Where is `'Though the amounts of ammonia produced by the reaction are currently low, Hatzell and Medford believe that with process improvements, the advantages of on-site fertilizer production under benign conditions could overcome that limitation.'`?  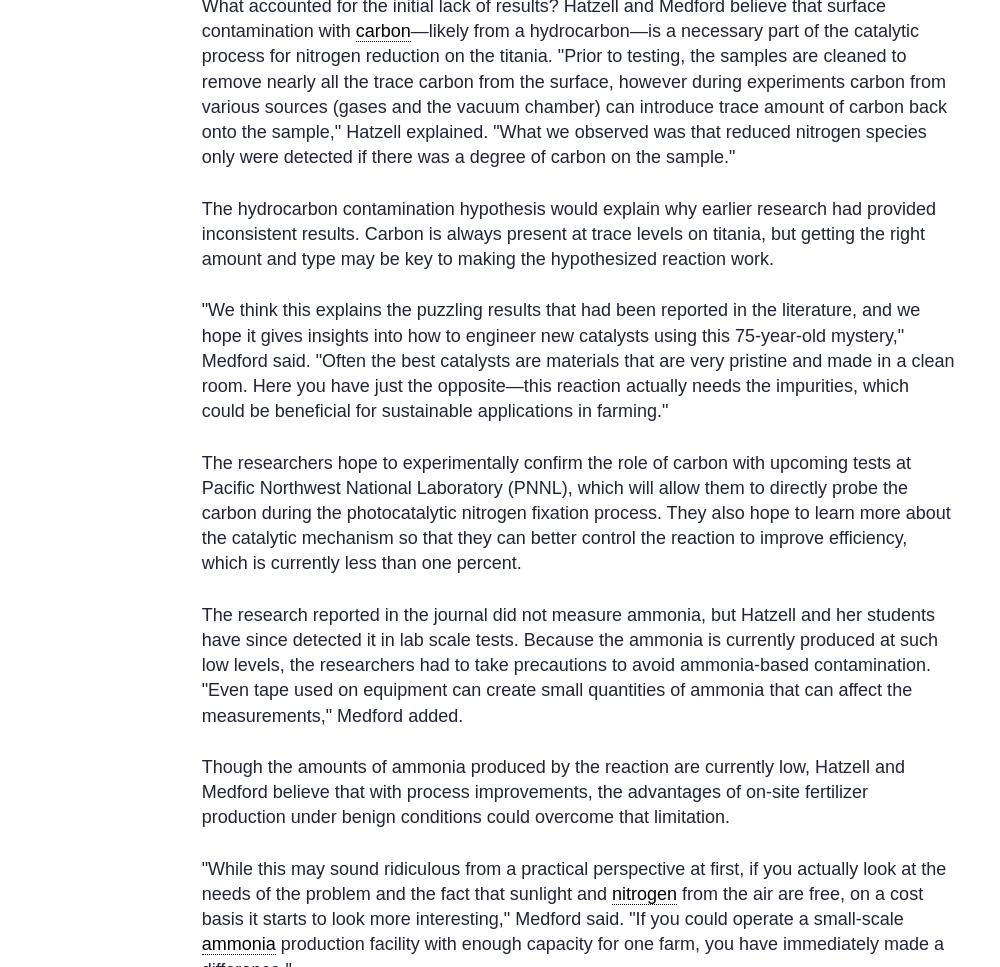
'Though the amounts of ammonia produced by the reaction are currently low, Hatzell and Medford believe that with process improvements, the advantages of on-site fertilizer production under benign conditions could overcome that limitation.' is located at coordinates (553, 790).